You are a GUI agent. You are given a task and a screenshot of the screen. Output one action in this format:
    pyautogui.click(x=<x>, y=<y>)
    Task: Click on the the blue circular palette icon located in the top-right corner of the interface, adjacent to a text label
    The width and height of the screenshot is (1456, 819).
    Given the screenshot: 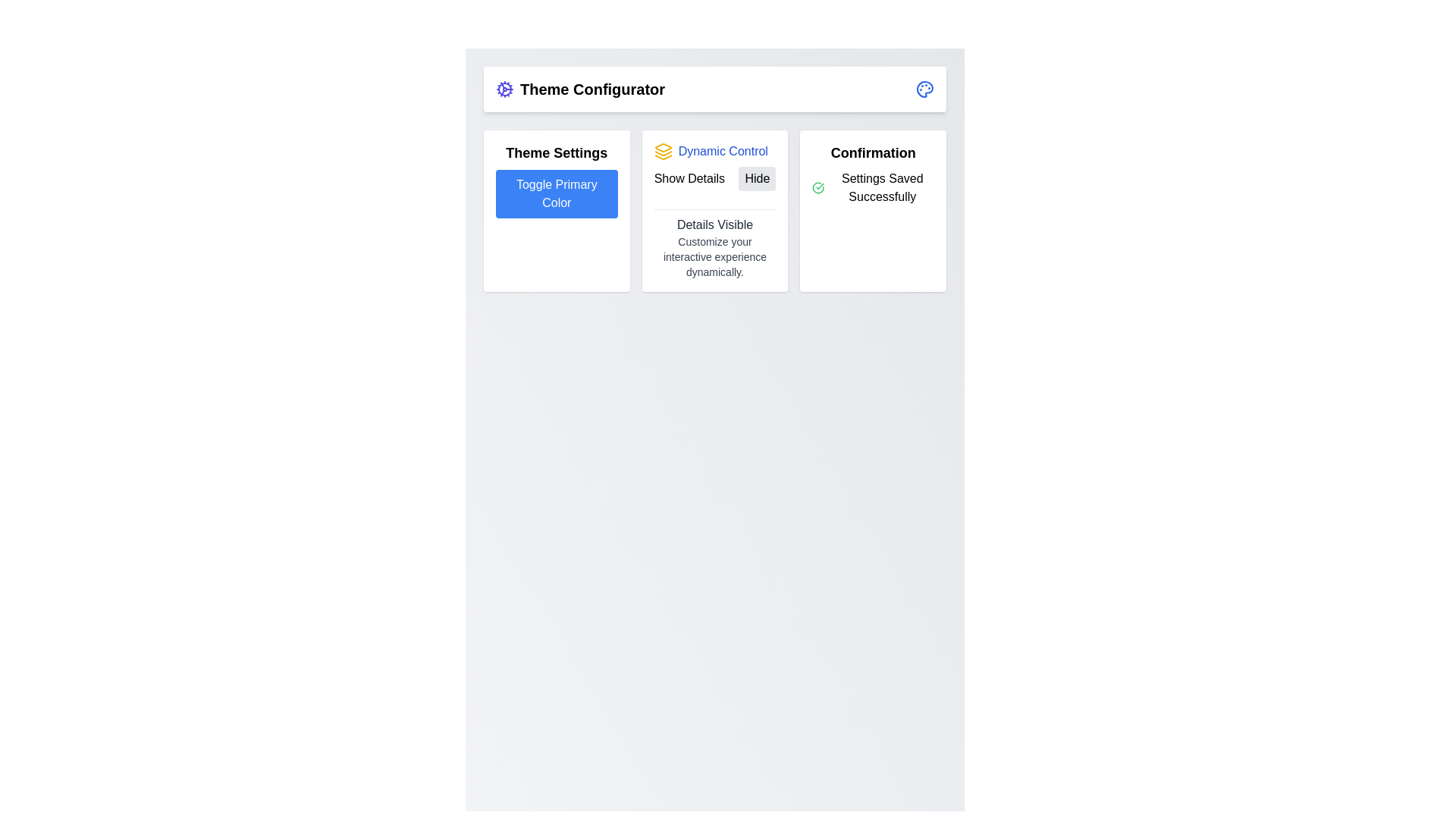 What is the action you would take?
    pyautogui.click(x=924, y=89)
    